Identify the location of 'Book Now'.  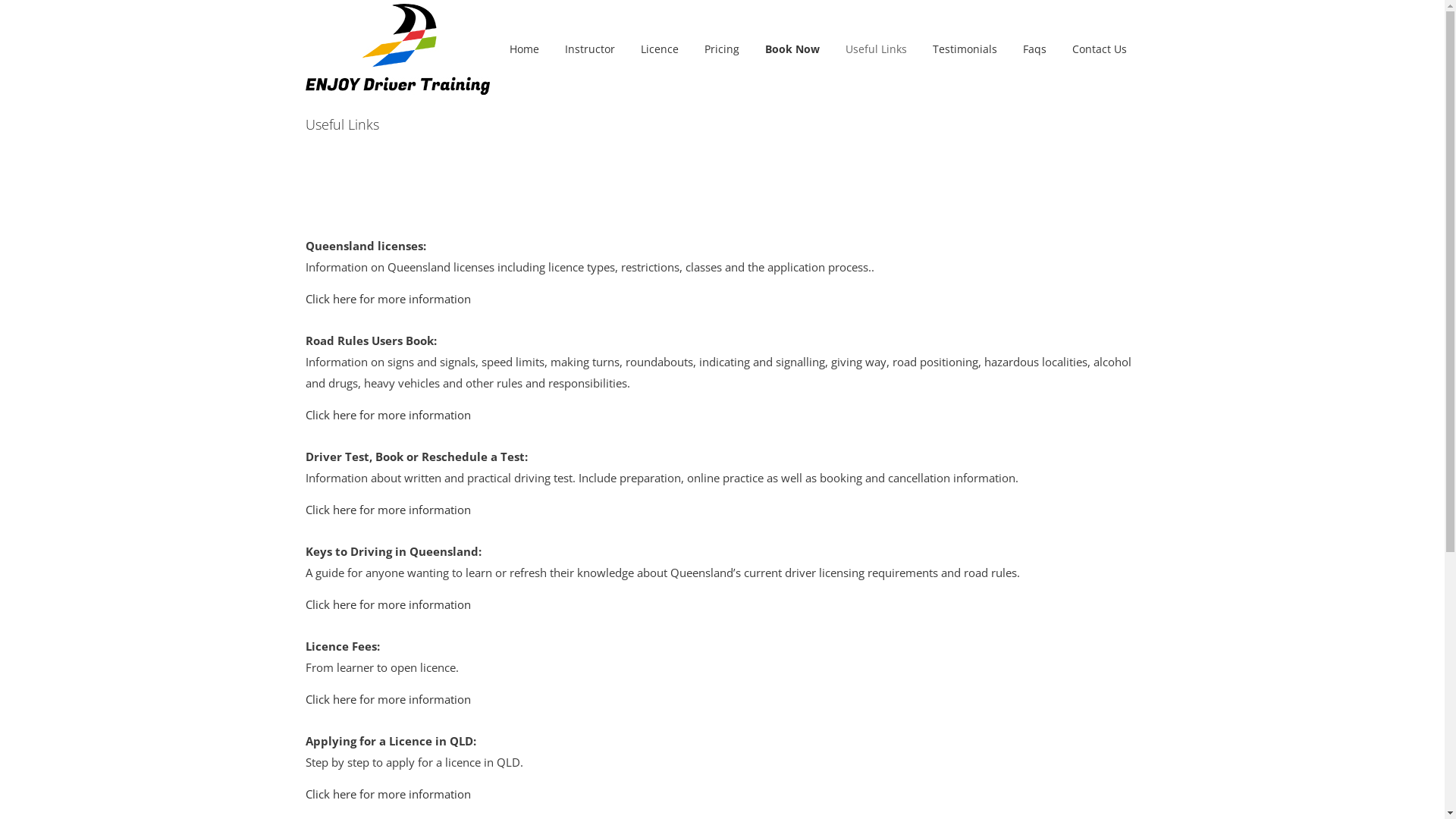
(792, 49).